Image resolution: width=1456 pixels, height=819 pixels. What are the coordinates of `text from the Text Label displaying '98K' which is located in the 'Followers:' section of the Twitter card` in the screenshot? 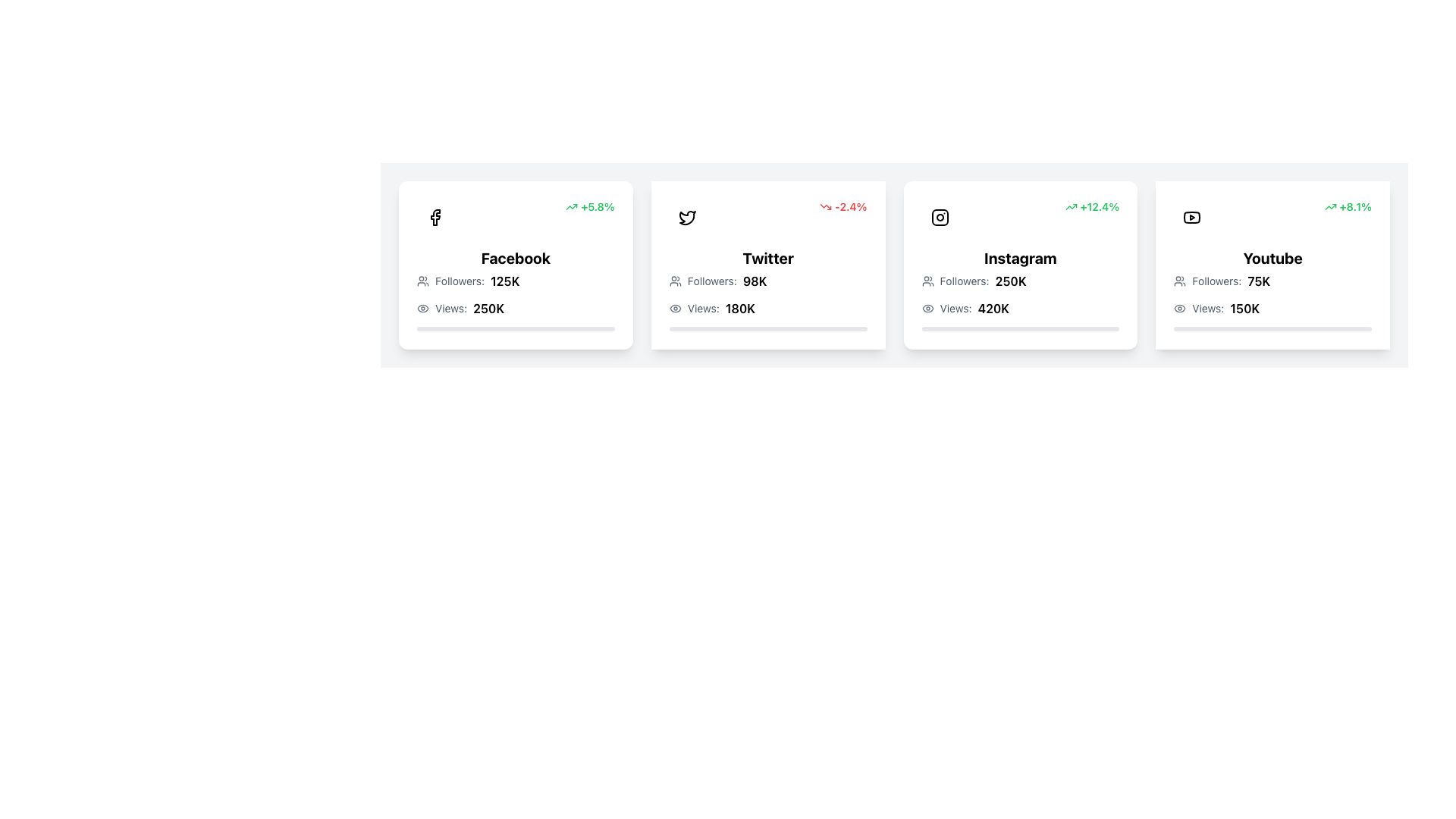 It's located at (755, 281).